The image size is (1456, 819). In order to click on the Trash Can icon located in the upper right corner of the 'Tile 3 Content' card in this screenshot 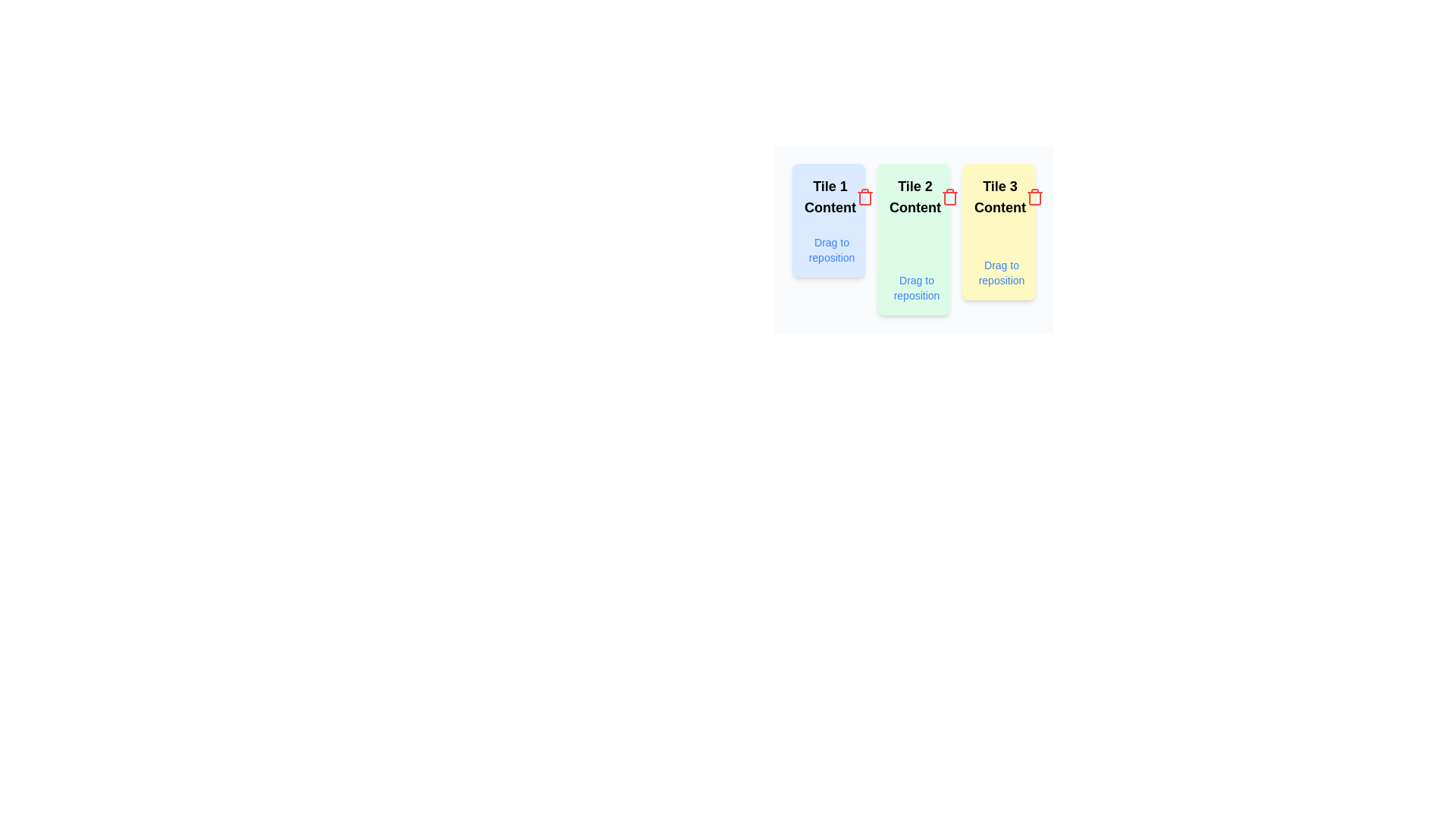, I will do `click(1034, 198)`.